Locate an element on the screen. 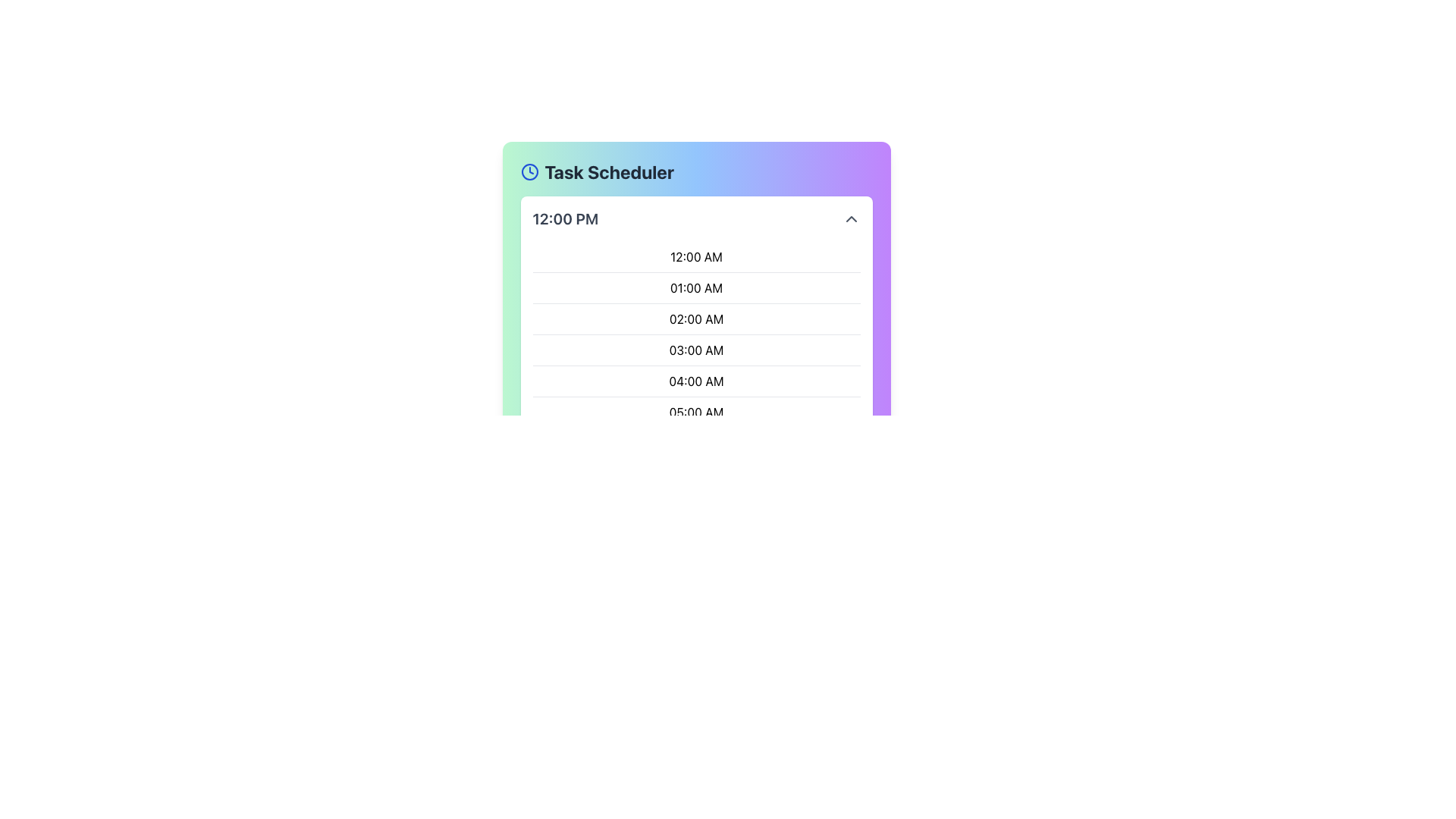  the text label displaying '01:00 AM', which is the second item in a vertical list of time labels is located at coordinates (695, 287).